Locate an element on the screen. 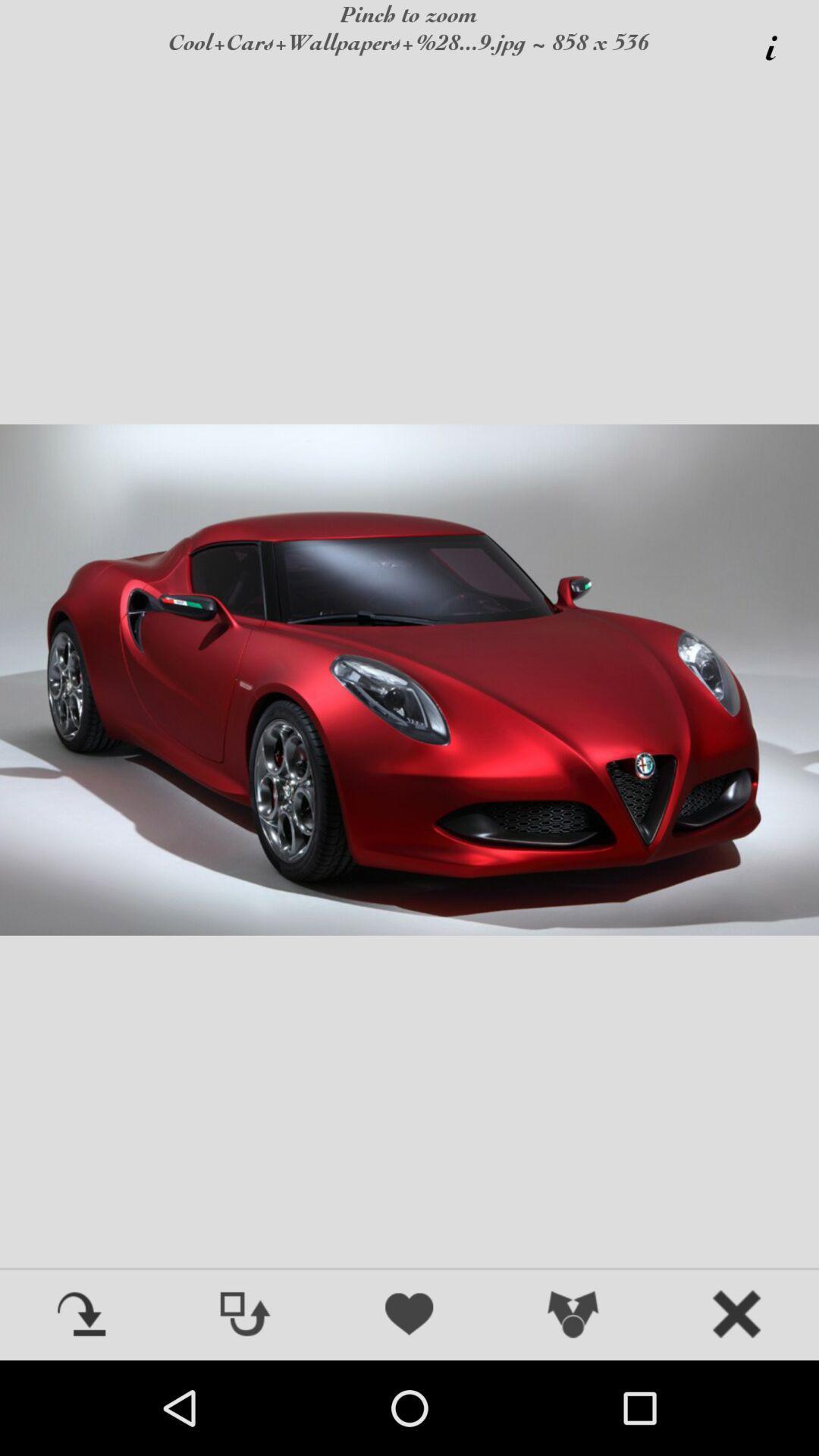 This screenshot has height=1456, width=819. share is located at coordinates (573, 1315).